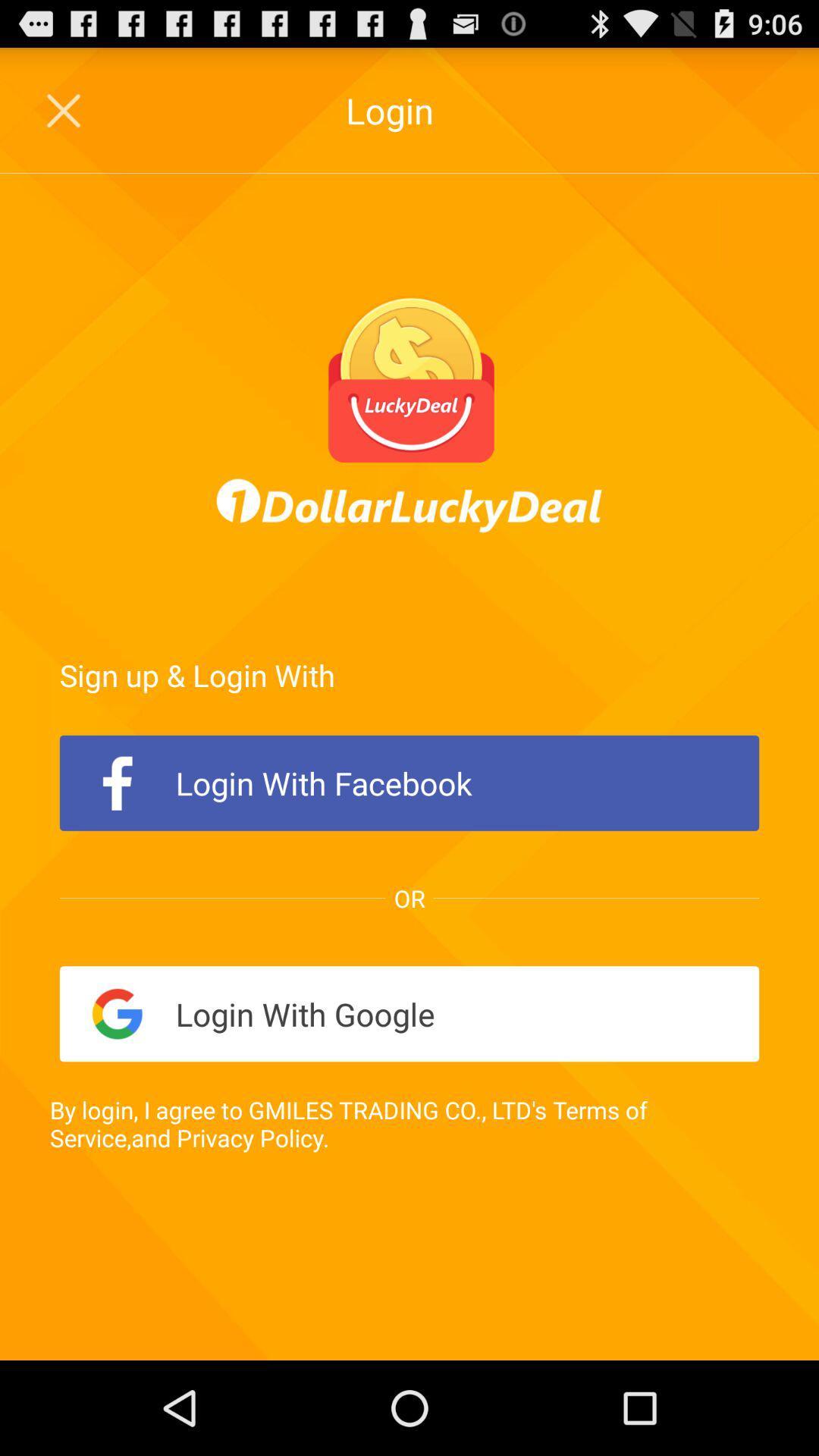 This screenshot has height=1456, width=819. What do you see at coordinates (64, 109) in the screenshot?
I see `close` at bounding box center [64, 109].